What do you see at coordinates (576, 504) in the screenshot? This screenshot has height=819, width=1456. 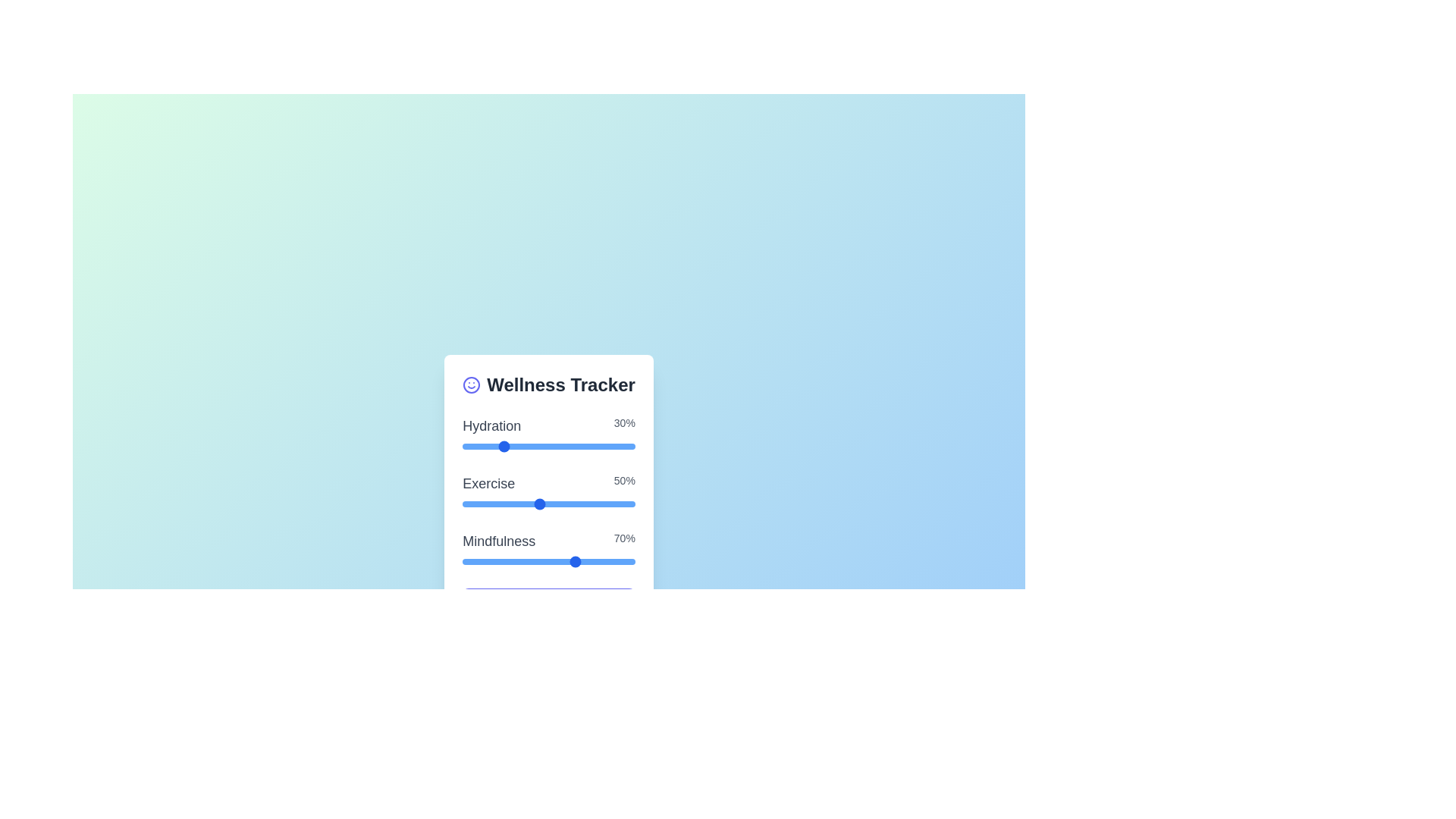 I see `the 'Exercise' slider to set its value to 7` at bounding box center [576, 504].